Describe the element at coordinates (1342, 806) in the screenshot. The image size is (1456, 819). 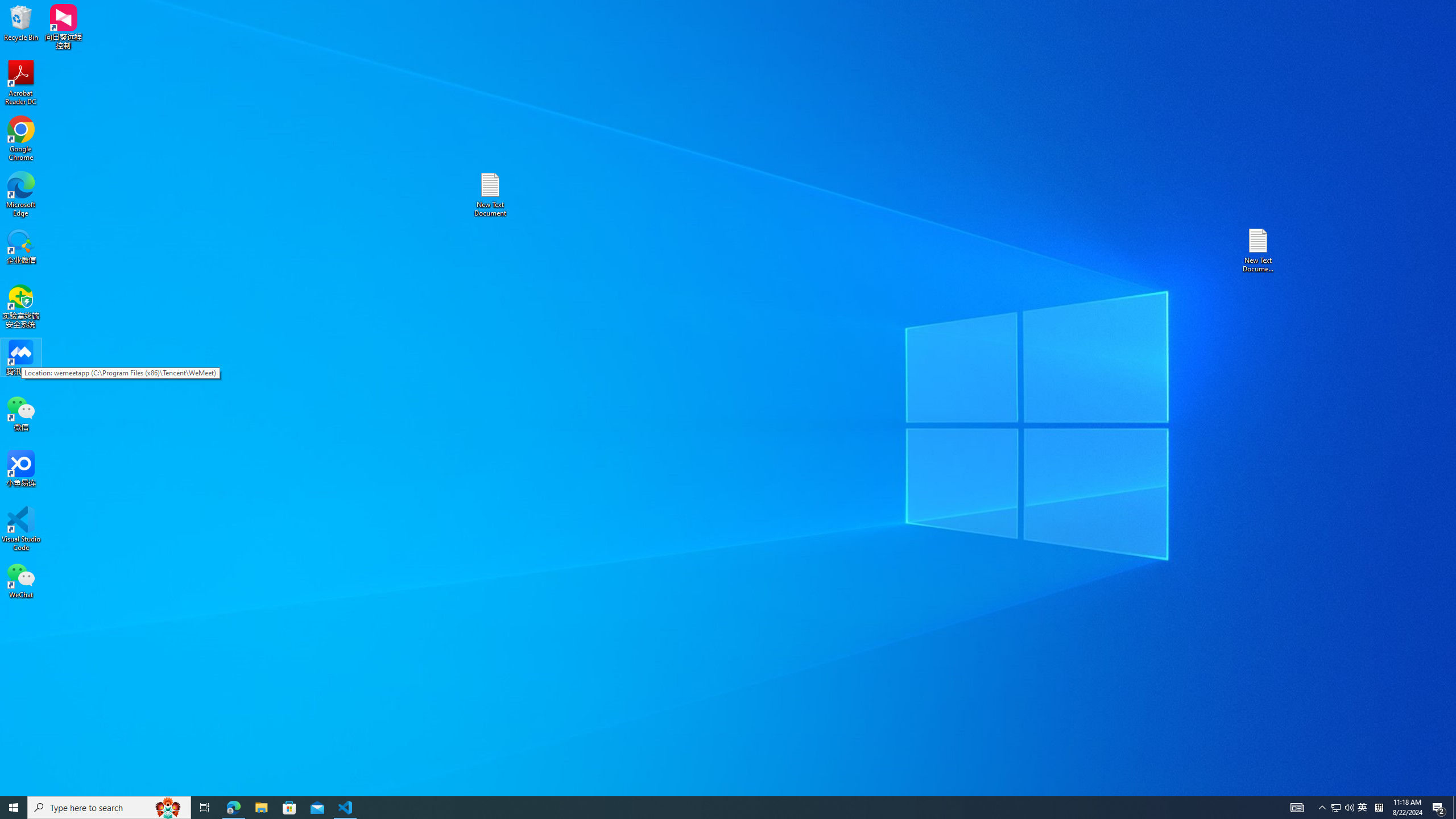
I see `'User Promoted Notification Area'` at that location.